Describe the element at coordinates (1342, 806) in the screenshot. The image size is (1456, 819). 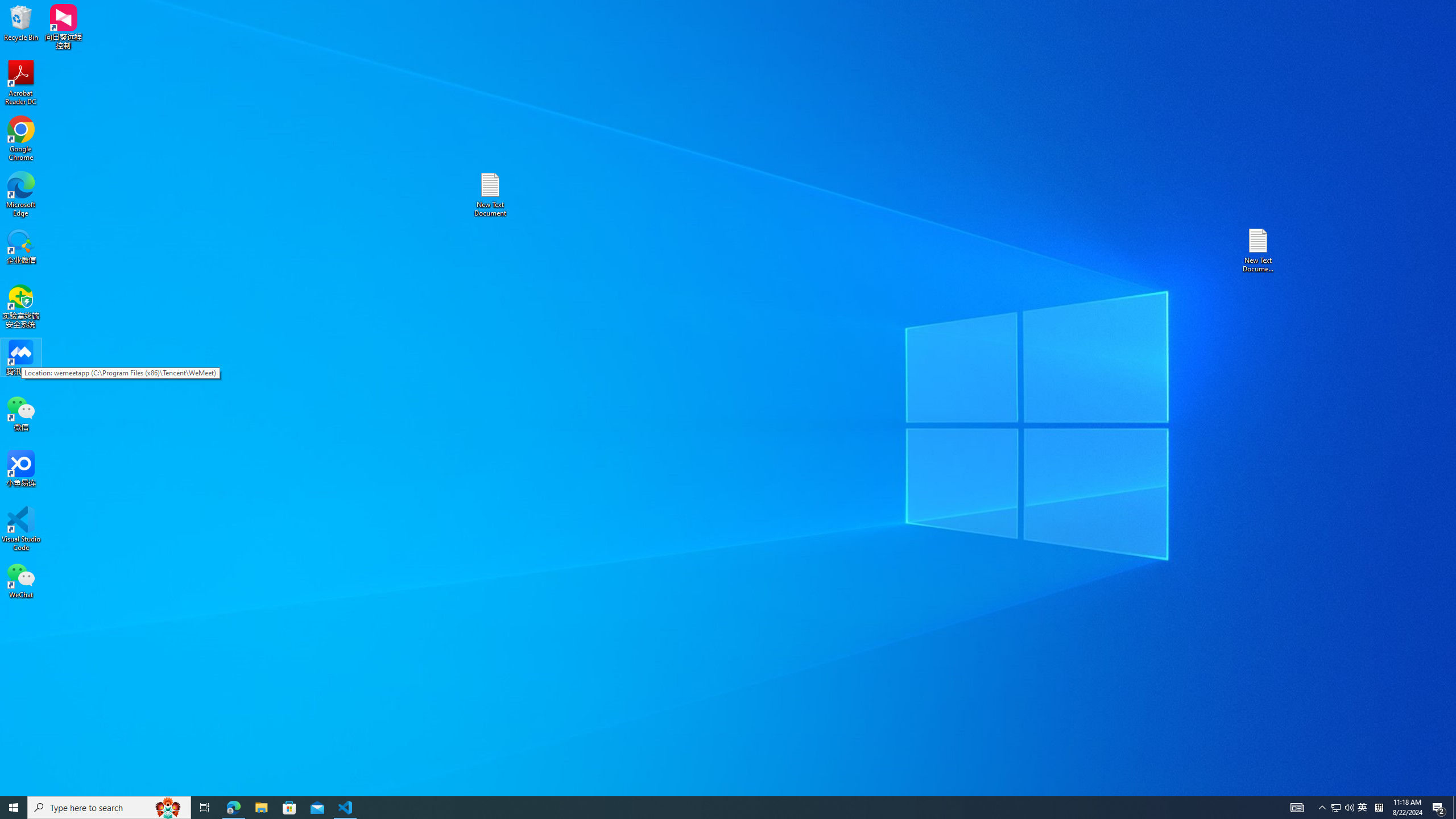
I see `'User Promoted Notification Area'` at that location.